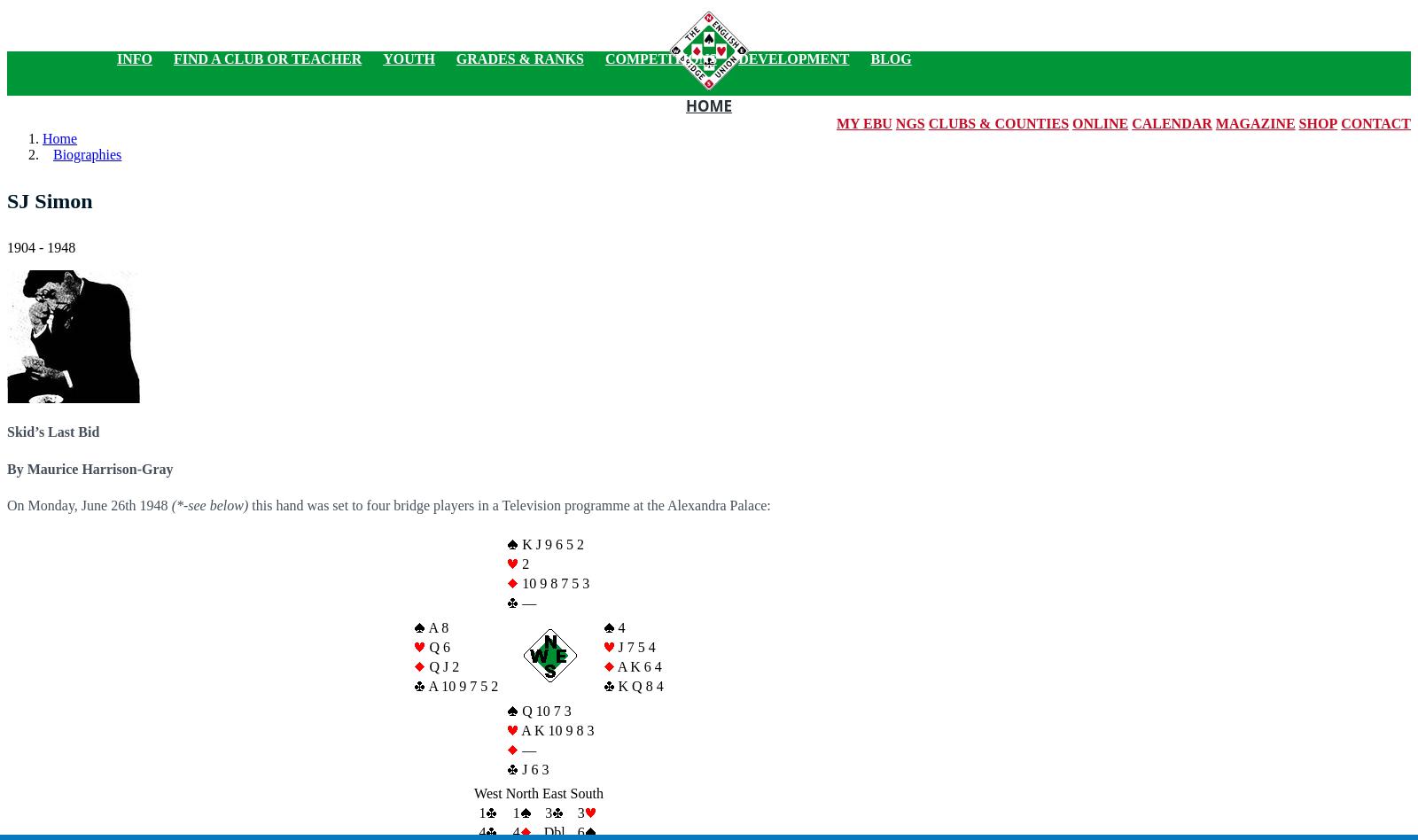 The height and width of the screenshot is (840, 1418). Describe the element at coordinates (553, 830) in the screenshot. I see `'Dbl'` at that location.